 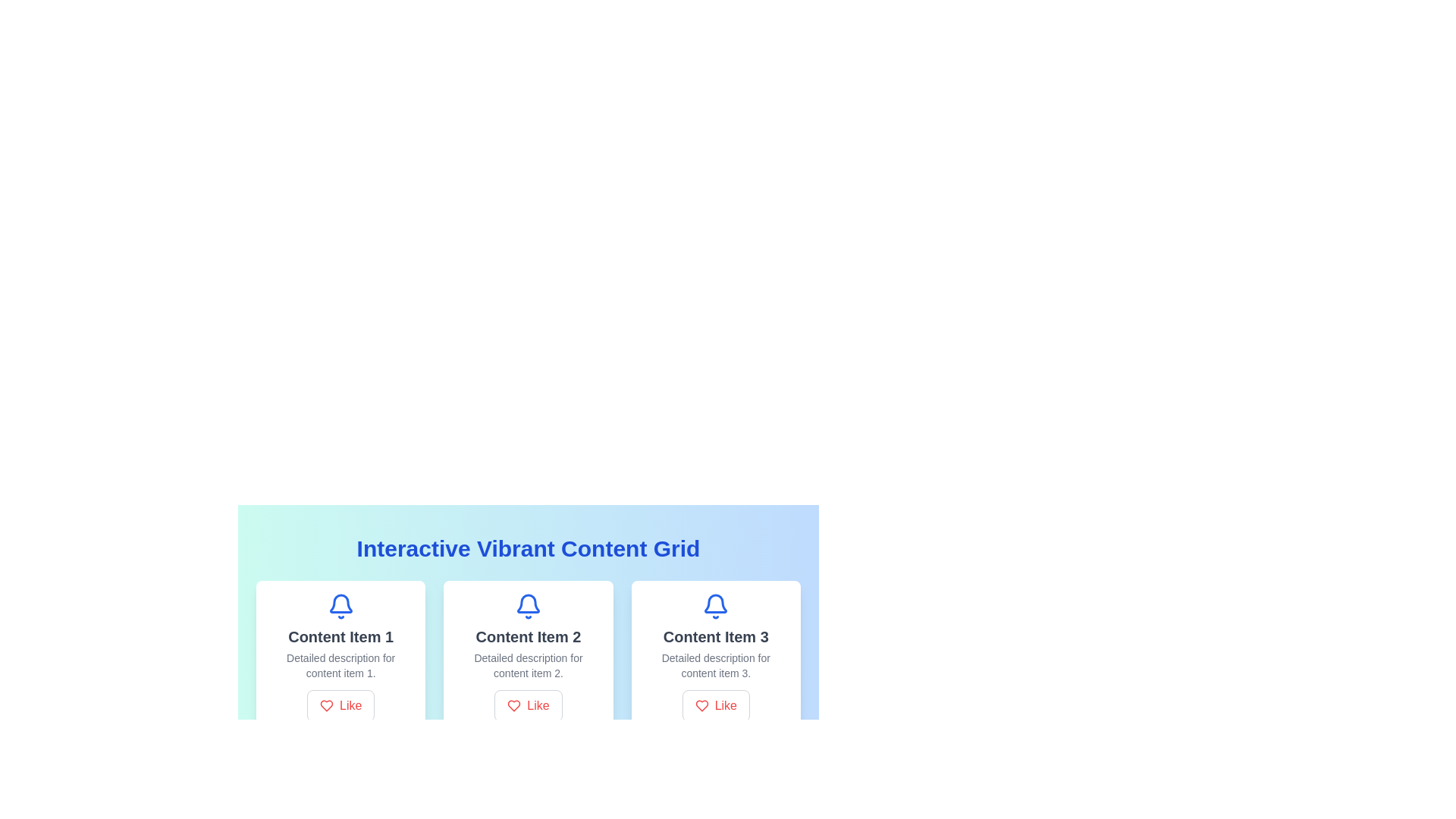 I want to click on the heart icon located at the bottom-left corner of the 'Content Item 1' card, so click(x=326, y=705).